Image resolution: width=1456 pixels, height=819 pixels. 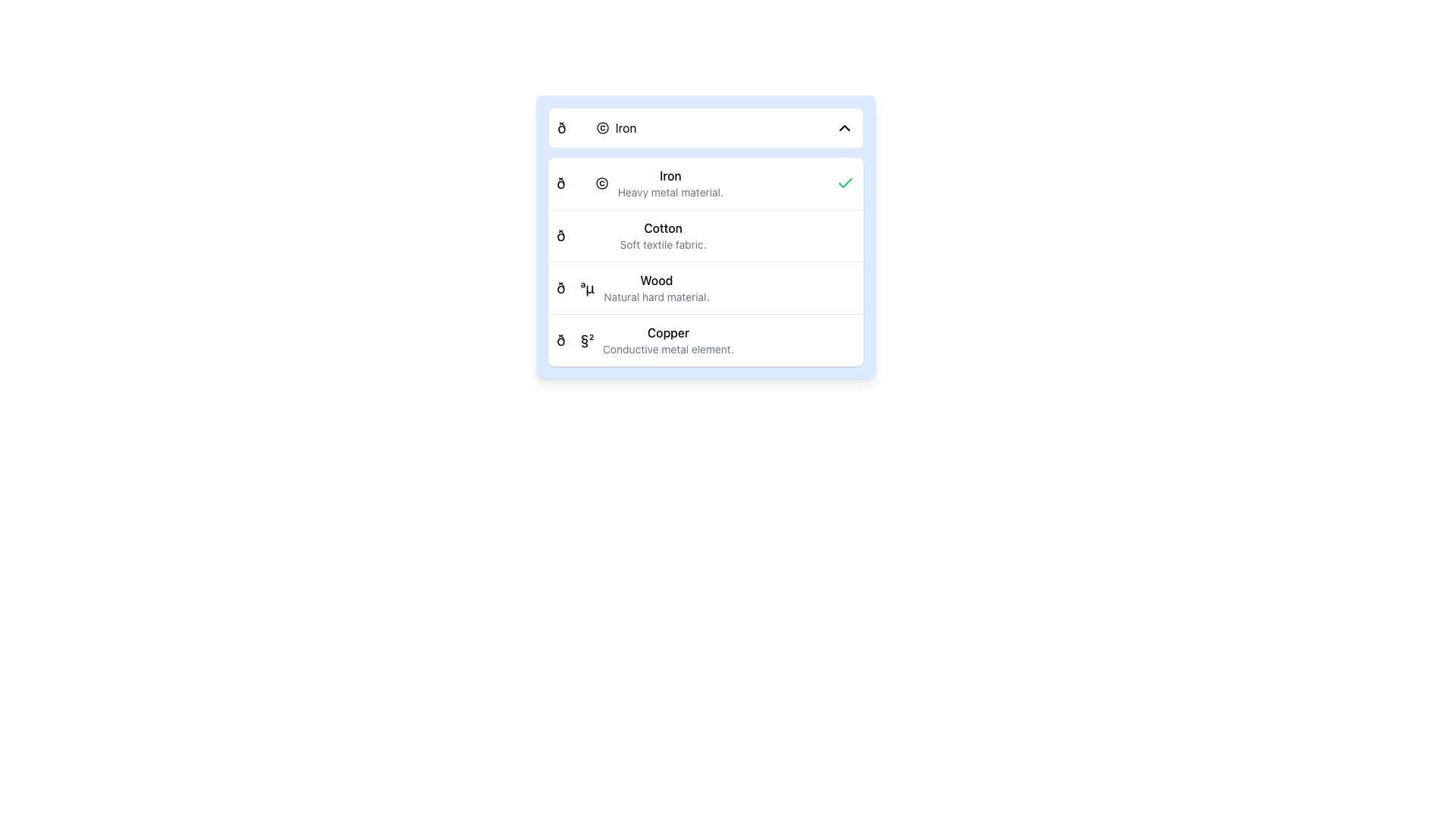 What do you see at coordinates (667, 350) in the screenshot?
I see `the text label that describes 'Conductive metal element.' which is styled in gray and positioned below the title 'Copper.'` at bounding box center [667, 350].